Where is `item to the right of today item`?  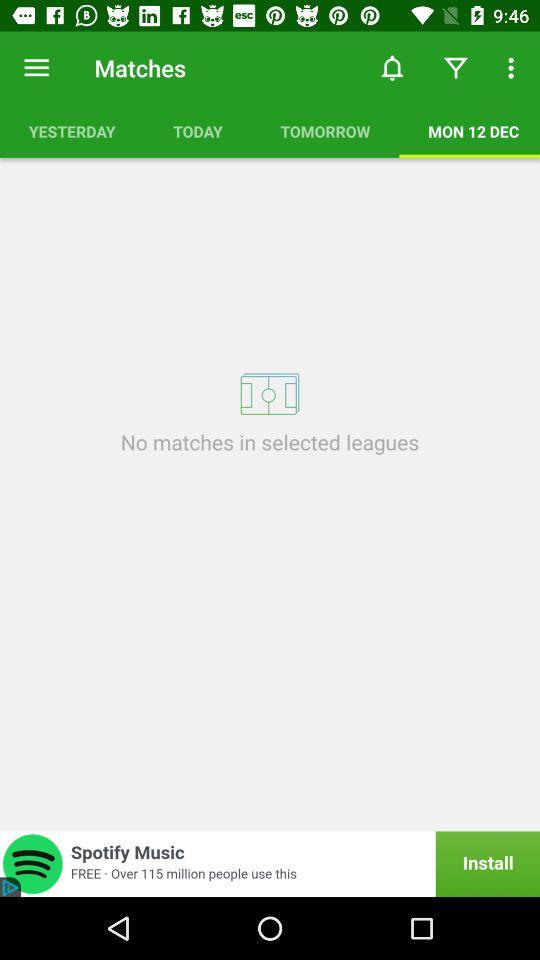
item to the right of today item is located at coordinates (325, 130).